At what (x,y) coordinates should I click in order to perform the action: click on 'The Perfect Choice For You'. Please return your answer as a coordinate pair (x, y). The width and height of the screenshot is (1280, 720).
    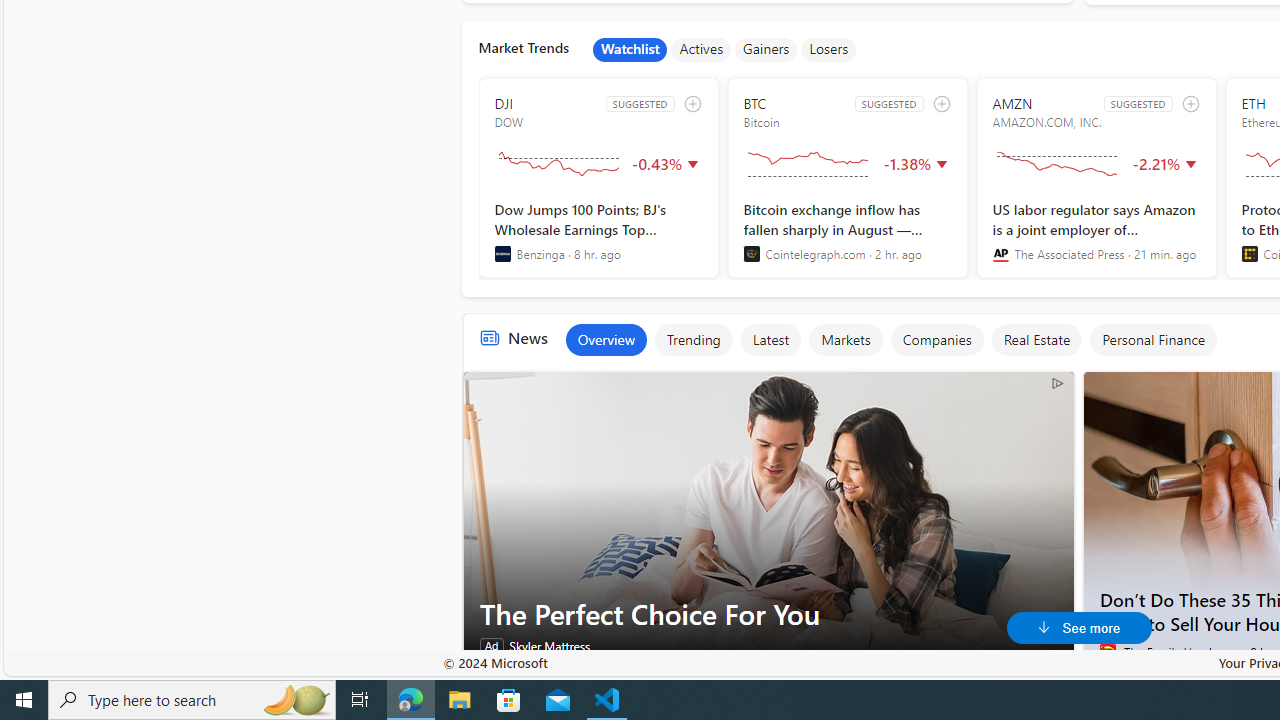
    Looking at the image, I should click on (767, 521).